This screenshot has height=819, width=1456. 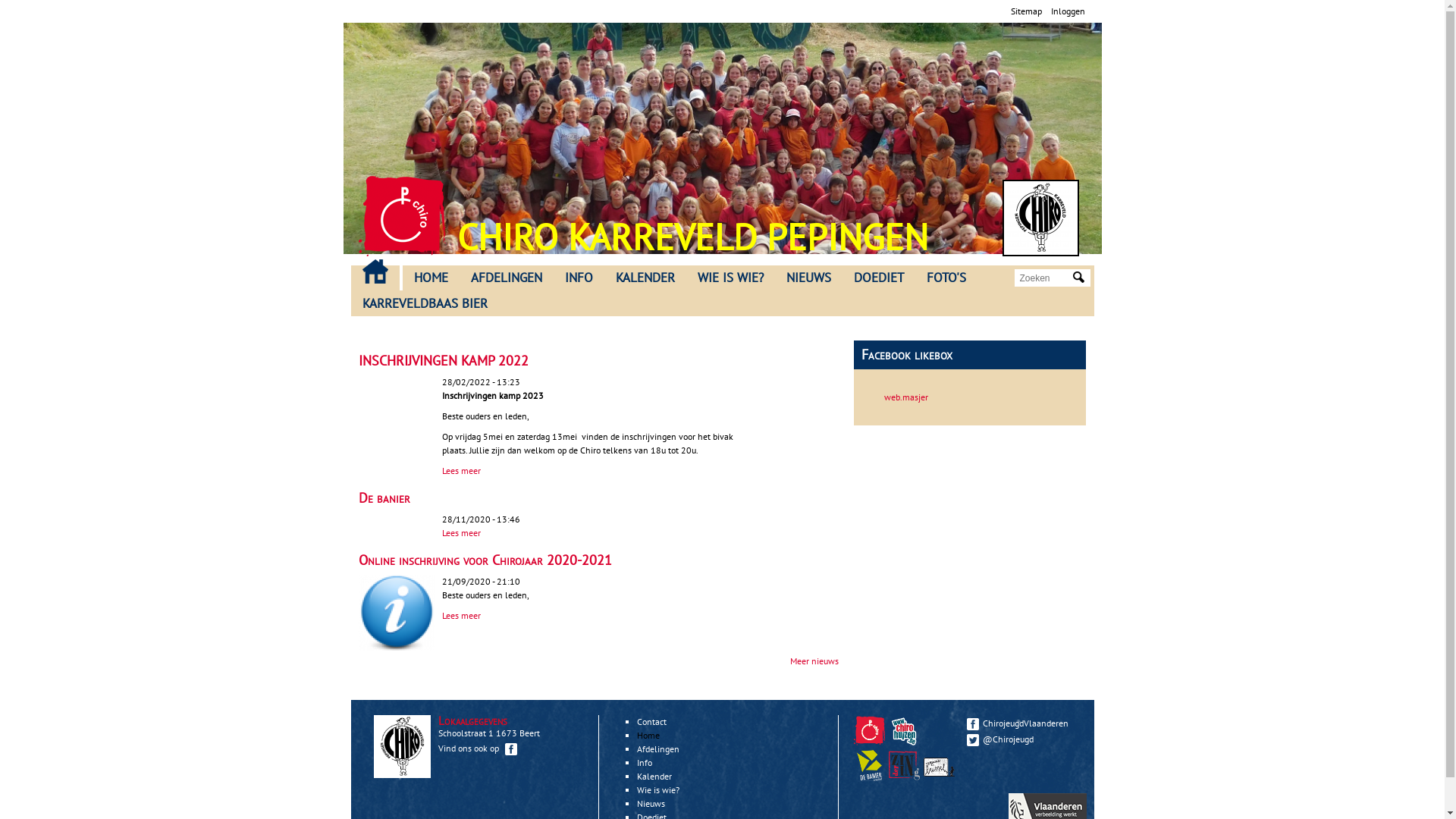 I want to click on 'Inloggen', so click(x=1067, y=11).